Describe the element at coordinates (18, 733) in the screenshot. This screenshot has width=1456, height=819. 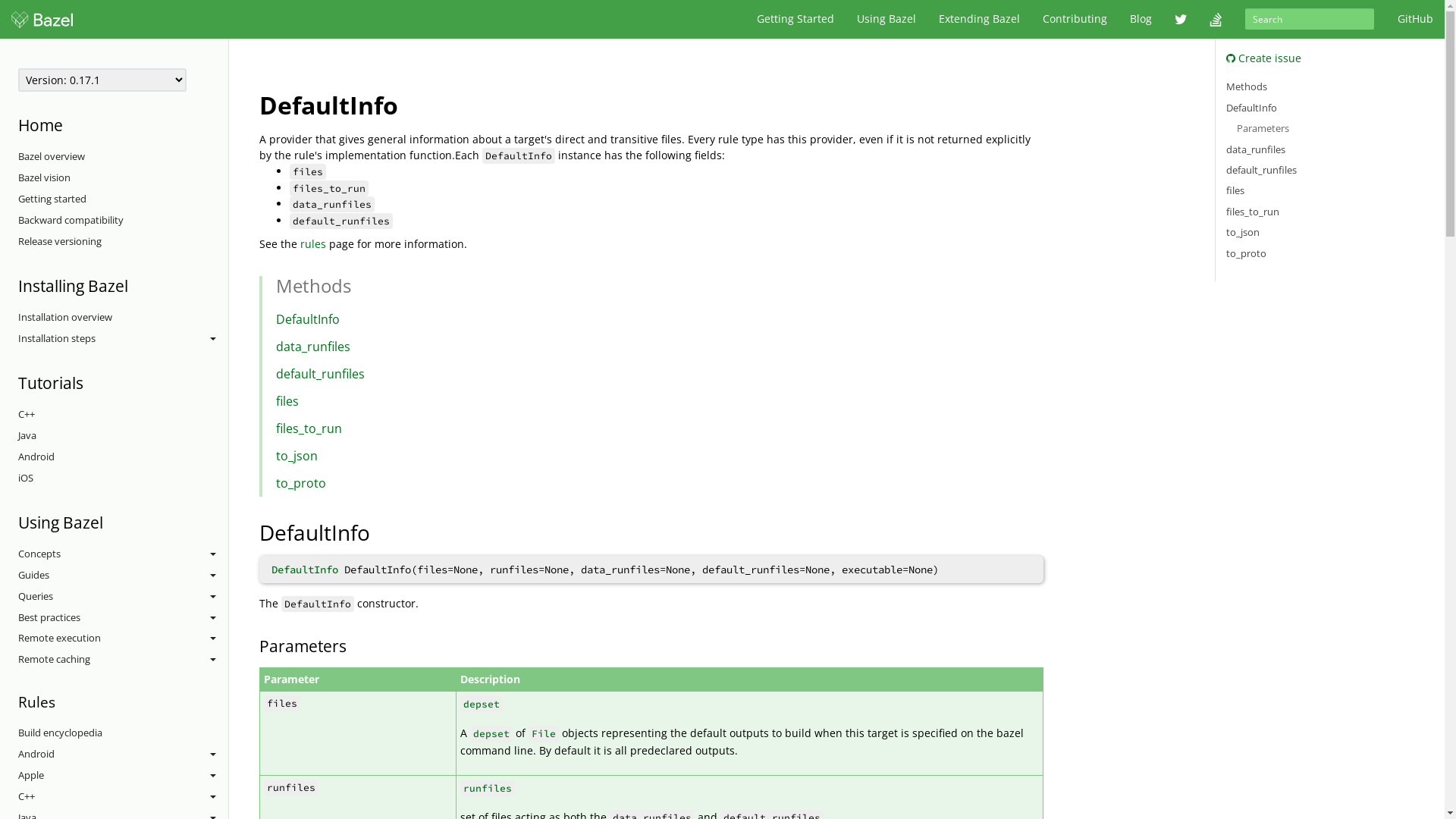
I see `'Build encyclopedia'` at that location.